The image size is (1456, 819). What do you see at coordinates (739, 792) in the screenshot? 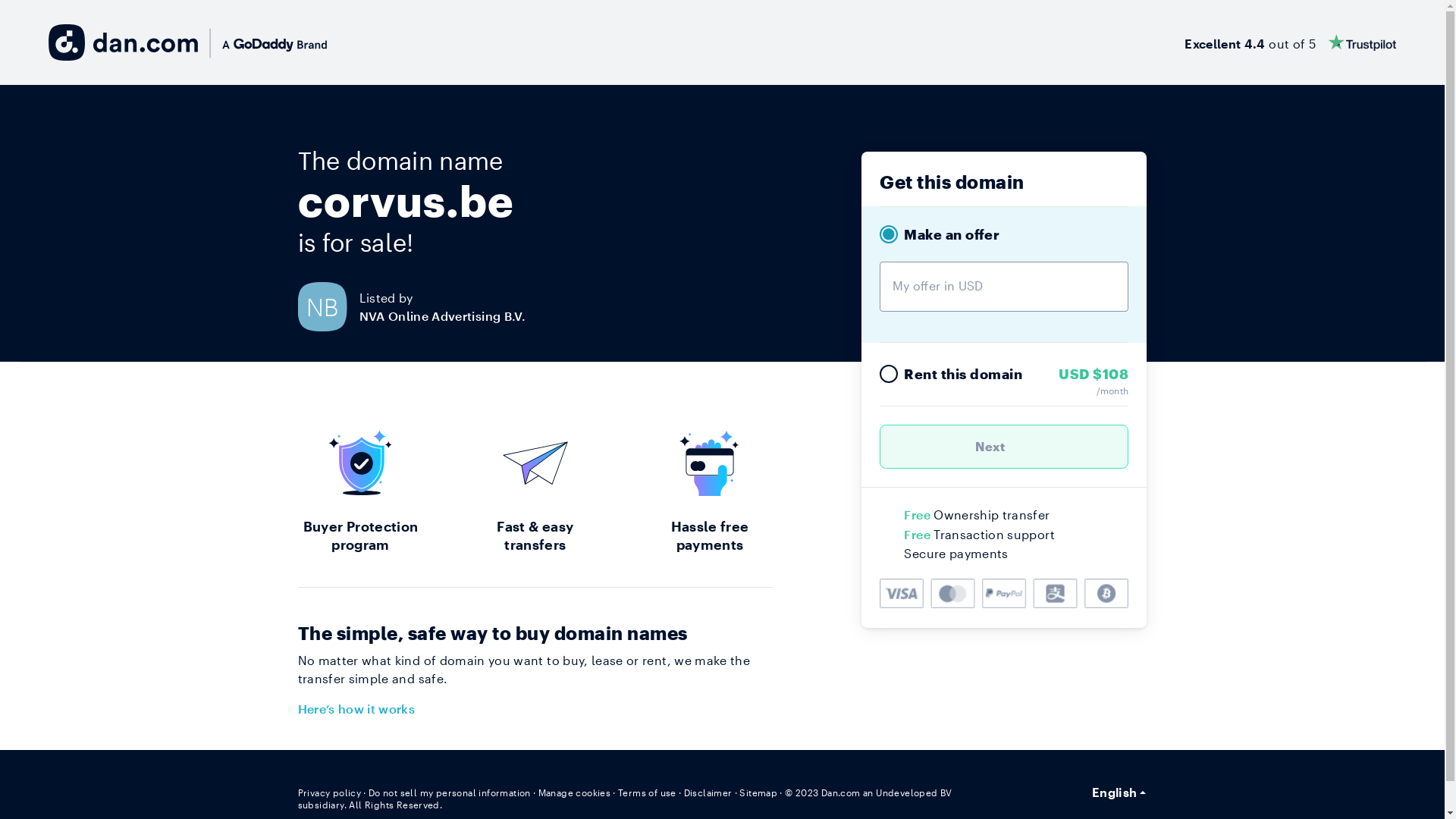
I see `'Sitemap'` at bounding box center [739, 792].